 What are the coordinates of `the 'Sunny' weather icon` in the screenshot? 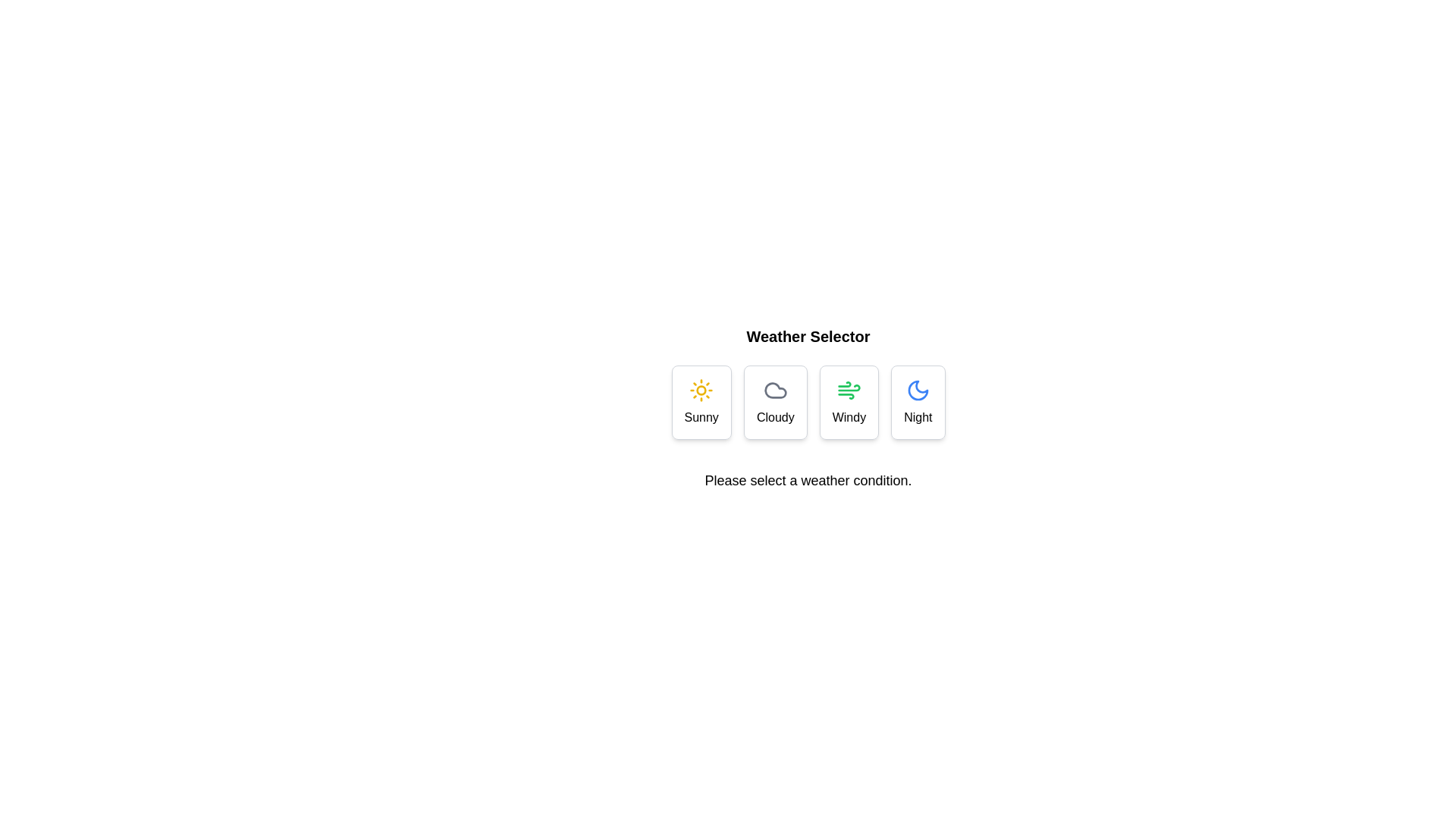 It's located at (701, 390).